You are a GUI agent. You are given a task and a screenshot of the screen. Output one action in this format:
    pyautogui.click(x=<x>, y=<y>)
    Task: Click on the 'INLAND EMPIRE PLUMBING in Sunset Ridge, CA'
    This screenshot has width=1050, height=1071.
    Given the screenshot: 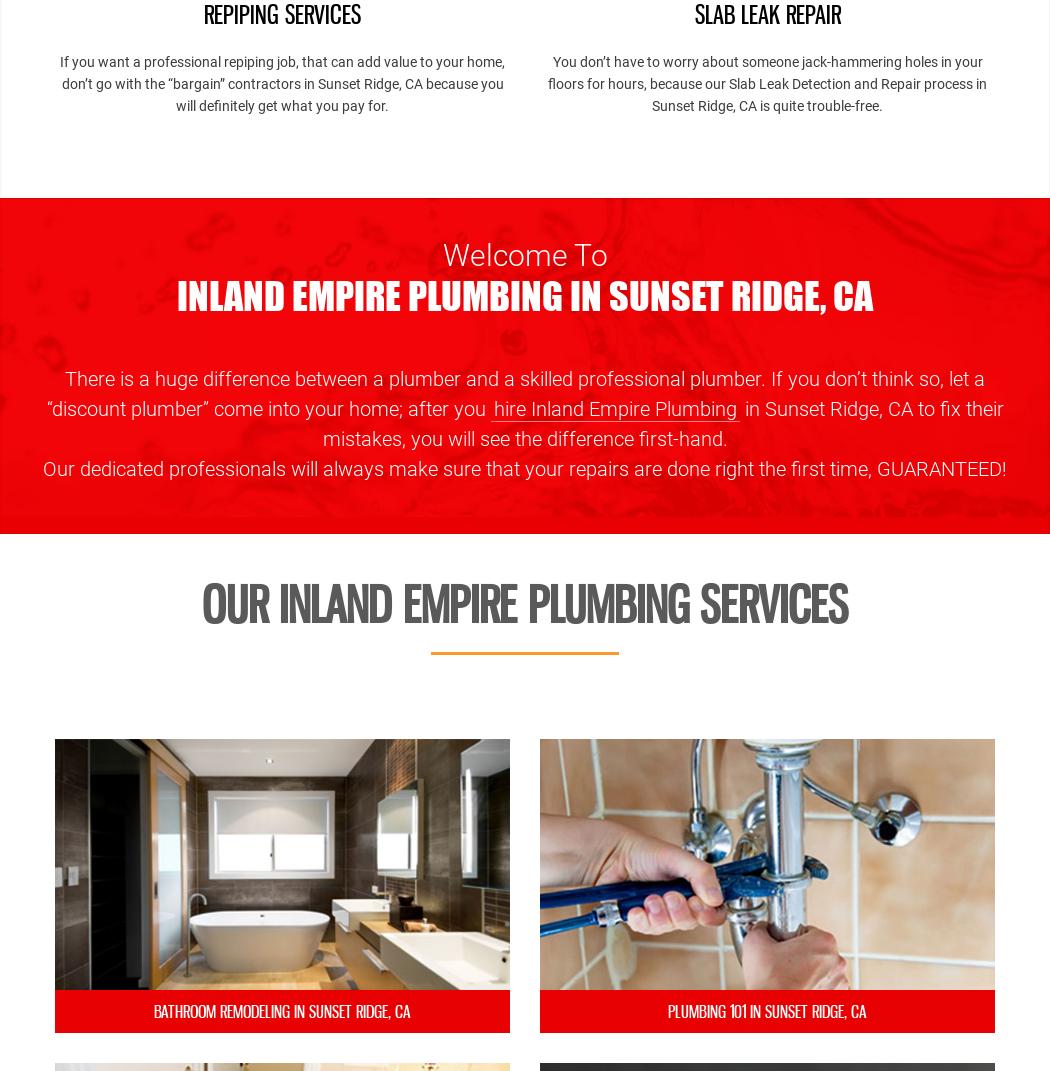 What is the action you would take?
    pyautogui.click(x=525, y=294)
    